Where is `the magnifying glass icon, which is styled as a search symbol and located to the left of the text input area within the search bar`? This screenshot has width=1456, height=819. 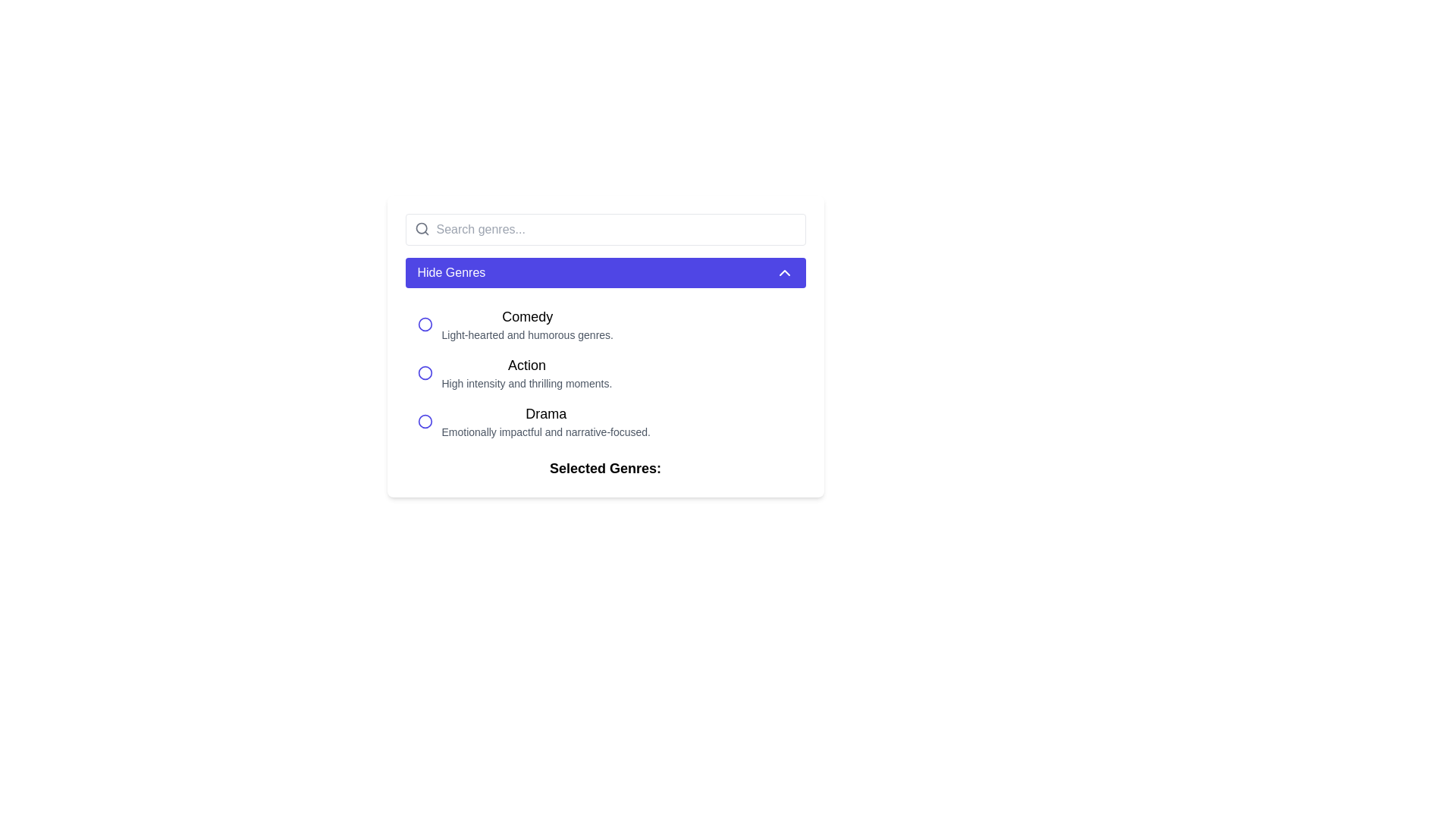
the magnifying glass icon, which is styled as a search symbol and located to the left of the text input area within the search bar is located at coordinates (422, 228).